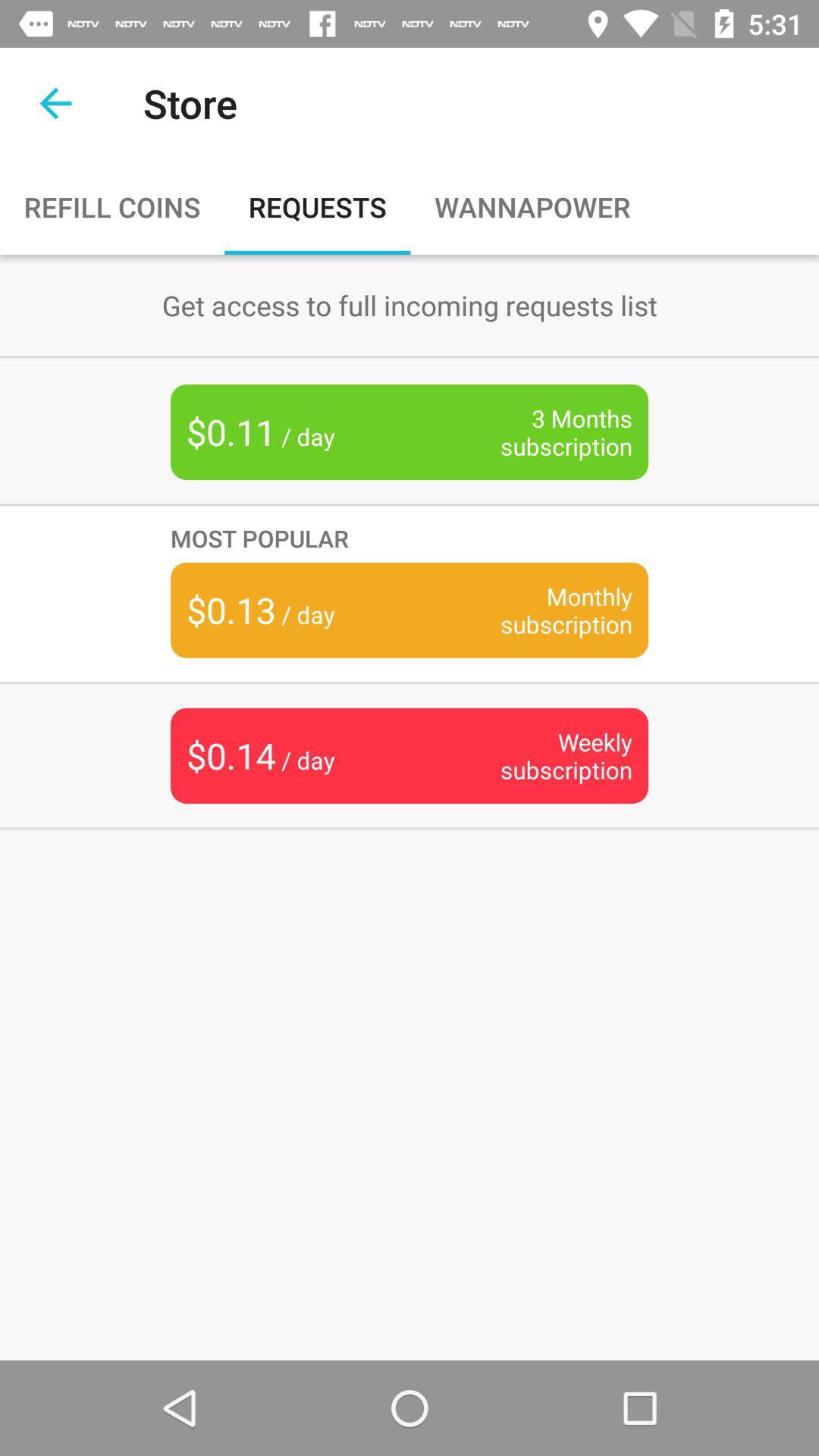 This screenshot has height=1456, width=819. Describe the element at coordinates (542, 431) in the screenshot. I see `item below get access to item` at that location.